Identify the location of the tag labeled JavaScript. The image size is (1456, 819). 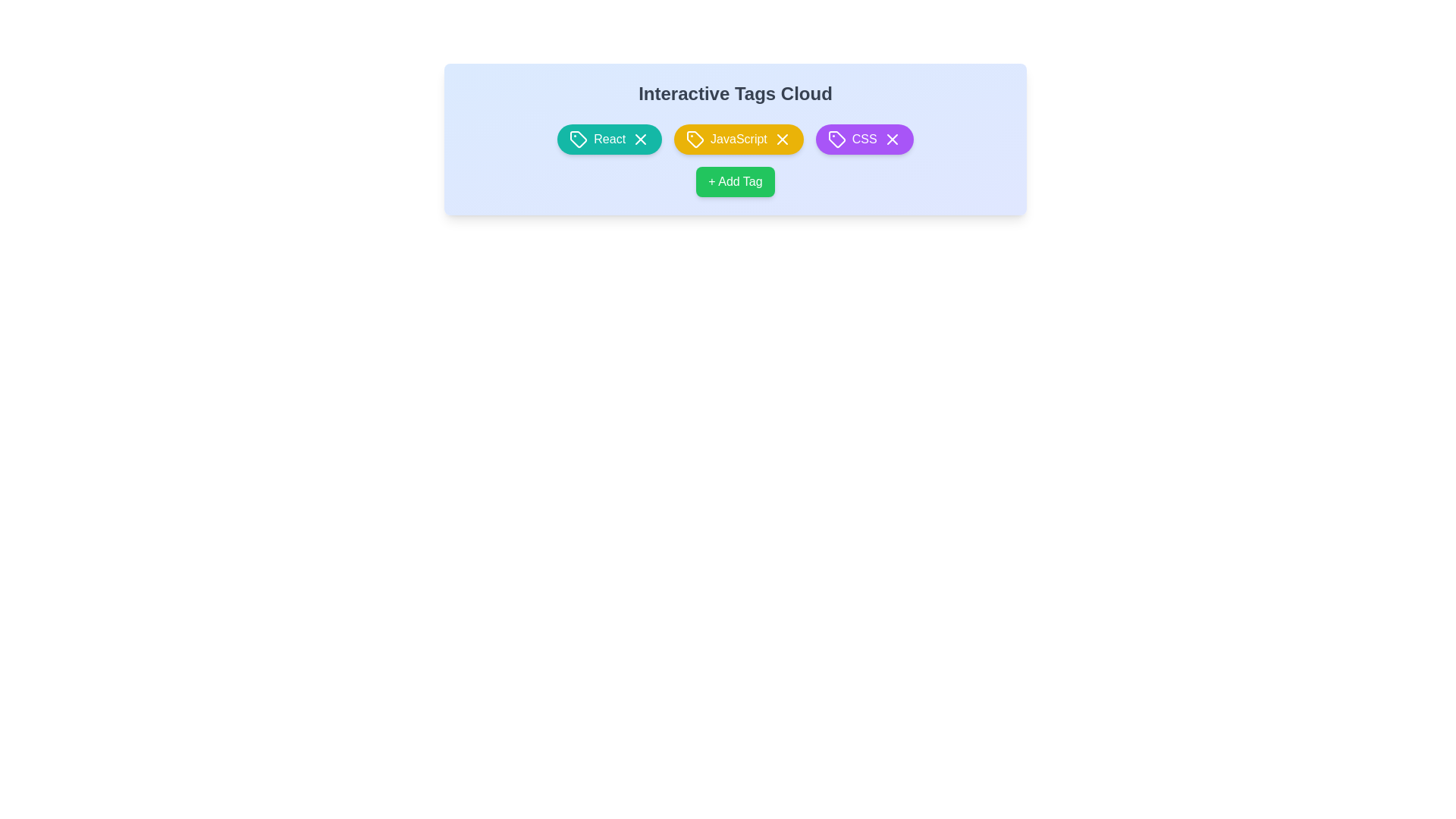
(739, 140).